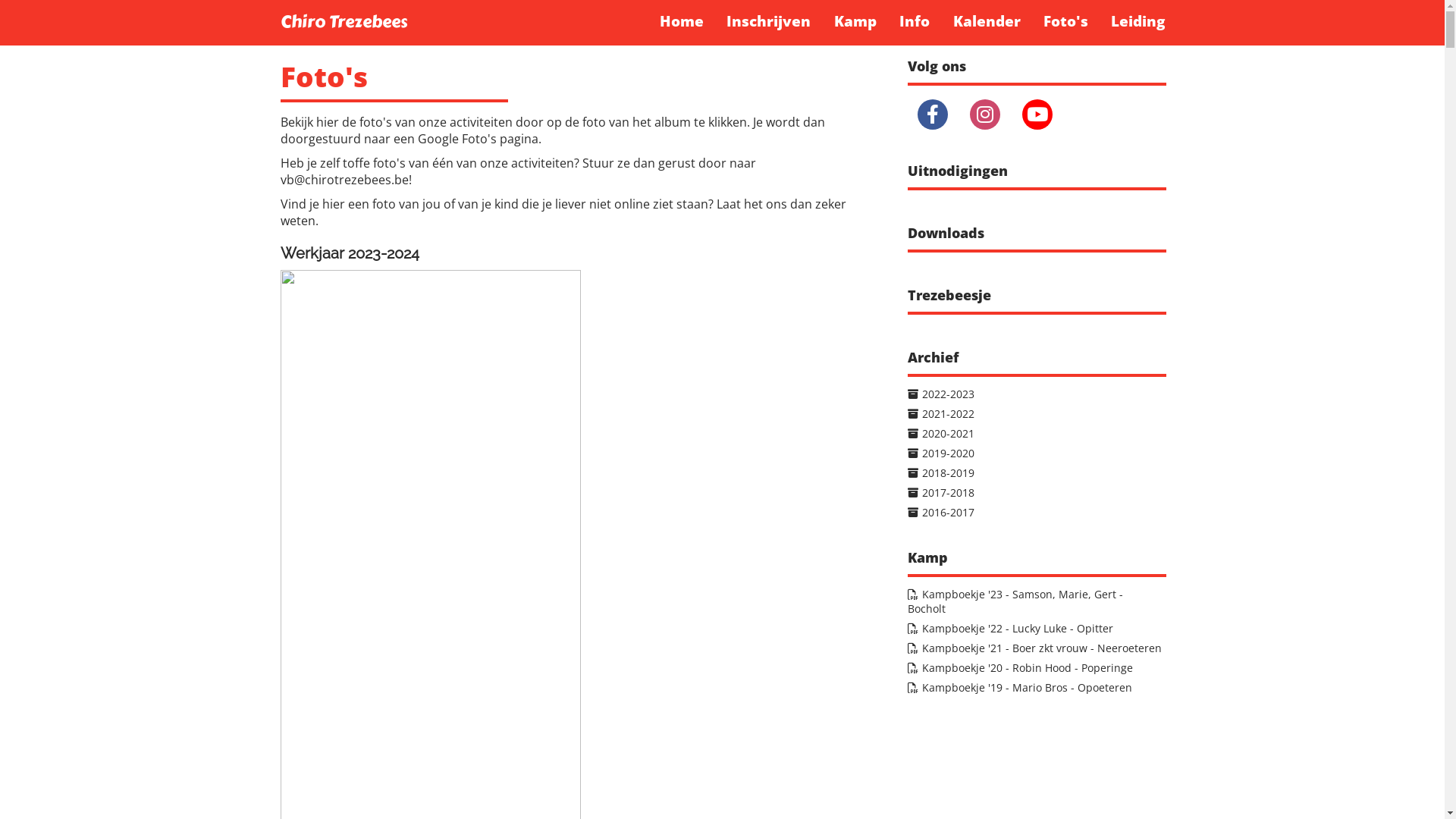 Image resolution: width=1456 pixels, height=819 pixels. Describe the element at coordinates (986, 20) in the screenshot. I see `'Kalender'` at that location.